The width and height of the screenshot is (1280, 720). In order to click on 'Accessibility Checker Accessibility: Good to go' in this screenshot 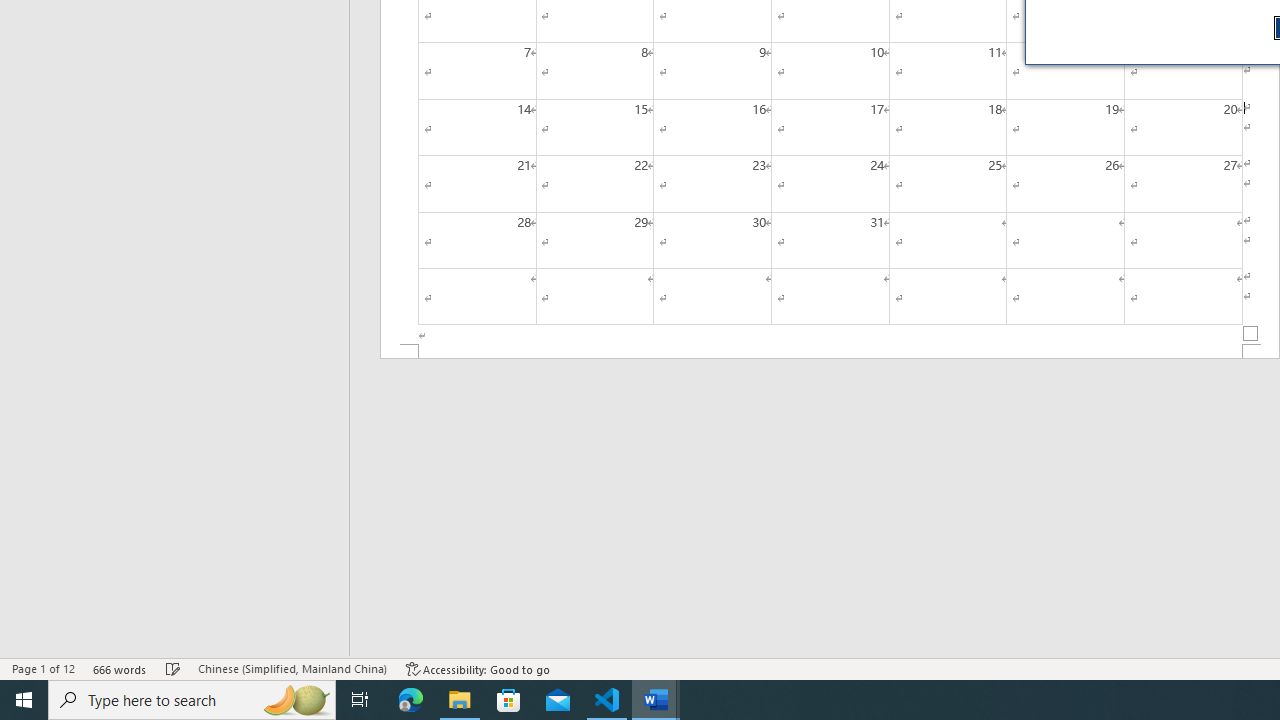, I will do `click(477, 669)`.